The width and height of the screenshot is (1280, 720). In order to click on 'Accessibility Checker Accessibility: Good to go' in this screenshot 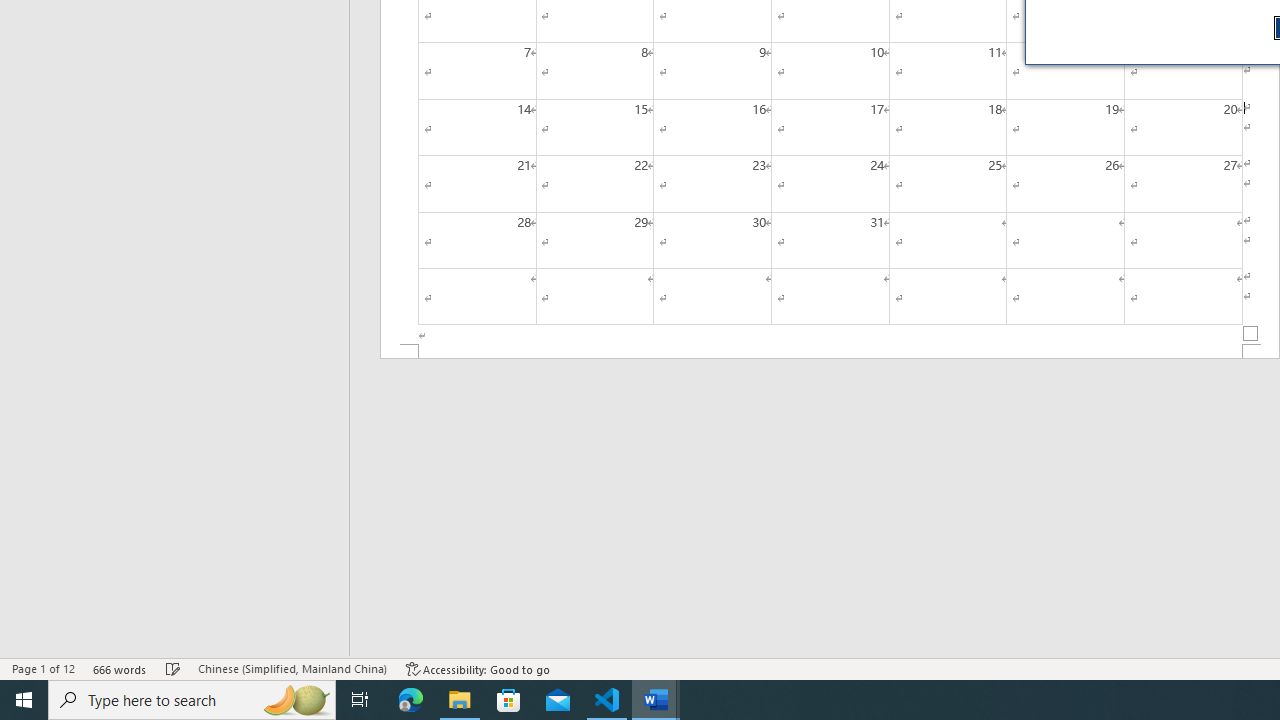, I will do `click(477, 669)`.